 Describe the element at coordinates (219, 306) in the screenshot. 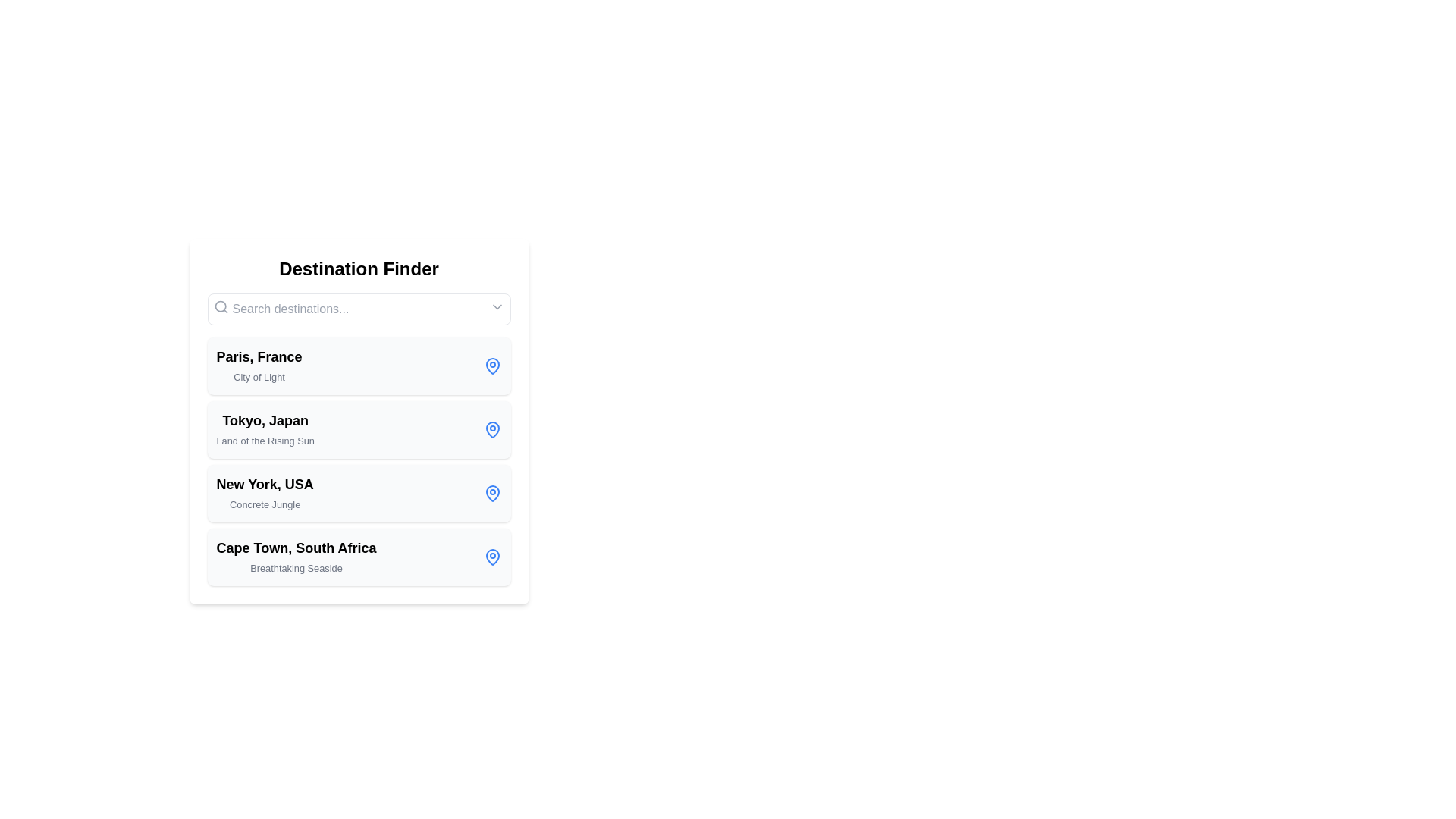

I see `the circular lens of the magnifying glass icon located to the left of the 'Search destinations...' input field in the Destination Finder interface` at that location.